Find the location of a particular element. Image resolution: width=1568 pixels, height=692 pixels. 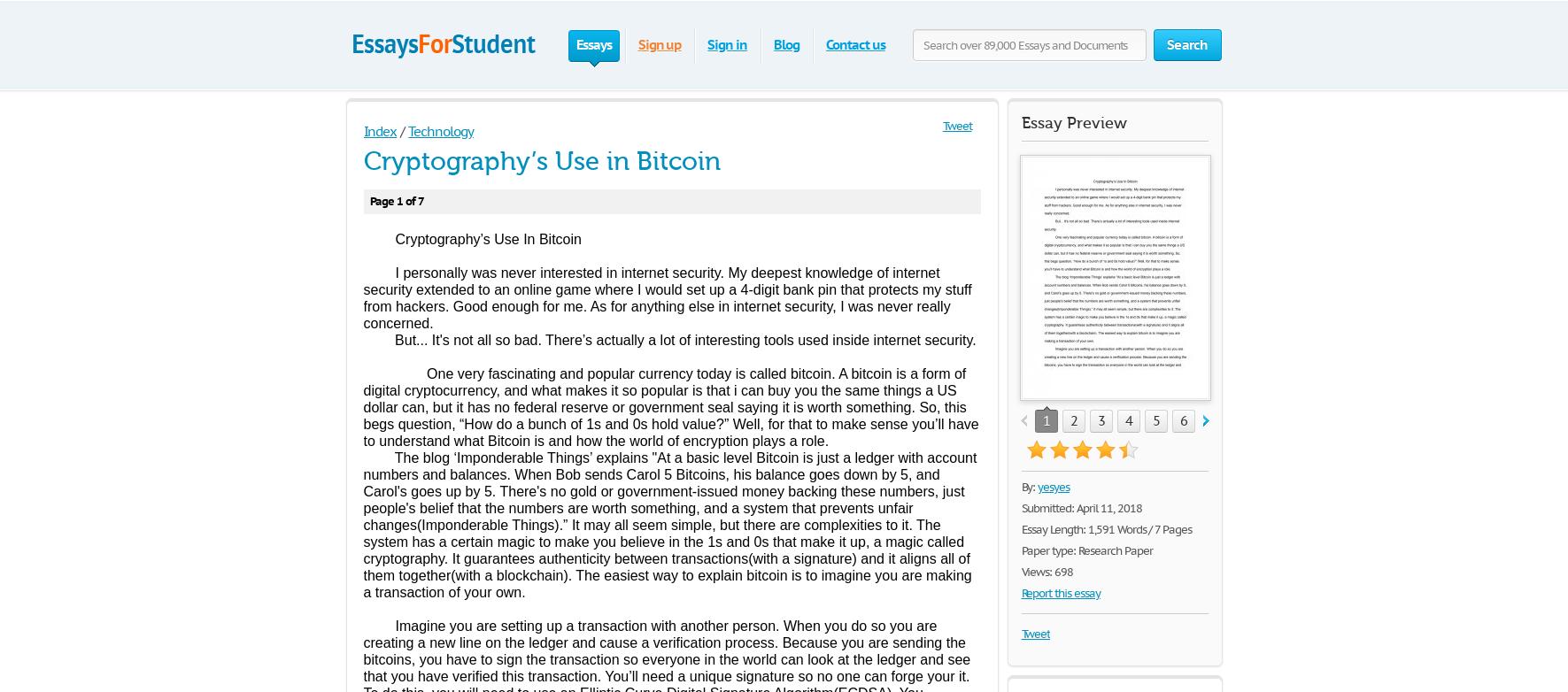

'Page 1 of 7' is located at coordinates (397, 200).